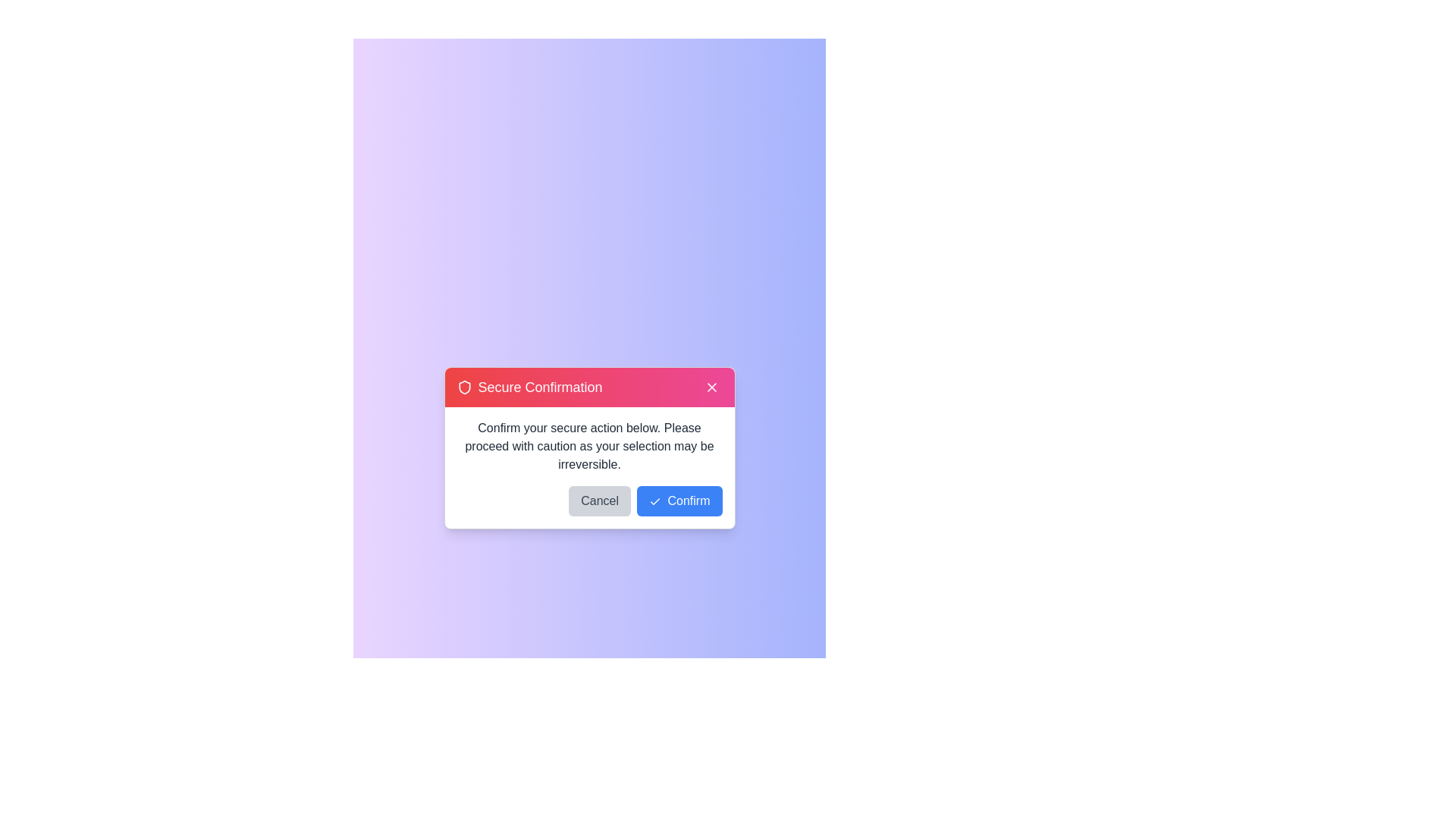 The image size is (1456, 819). Describe the element at coordinates (588, 446) in the screenshot. I see `the informational text block displaying a warning message in the 'Secure Confirmation' modal, which is centered and styled with a serif font` at that location.